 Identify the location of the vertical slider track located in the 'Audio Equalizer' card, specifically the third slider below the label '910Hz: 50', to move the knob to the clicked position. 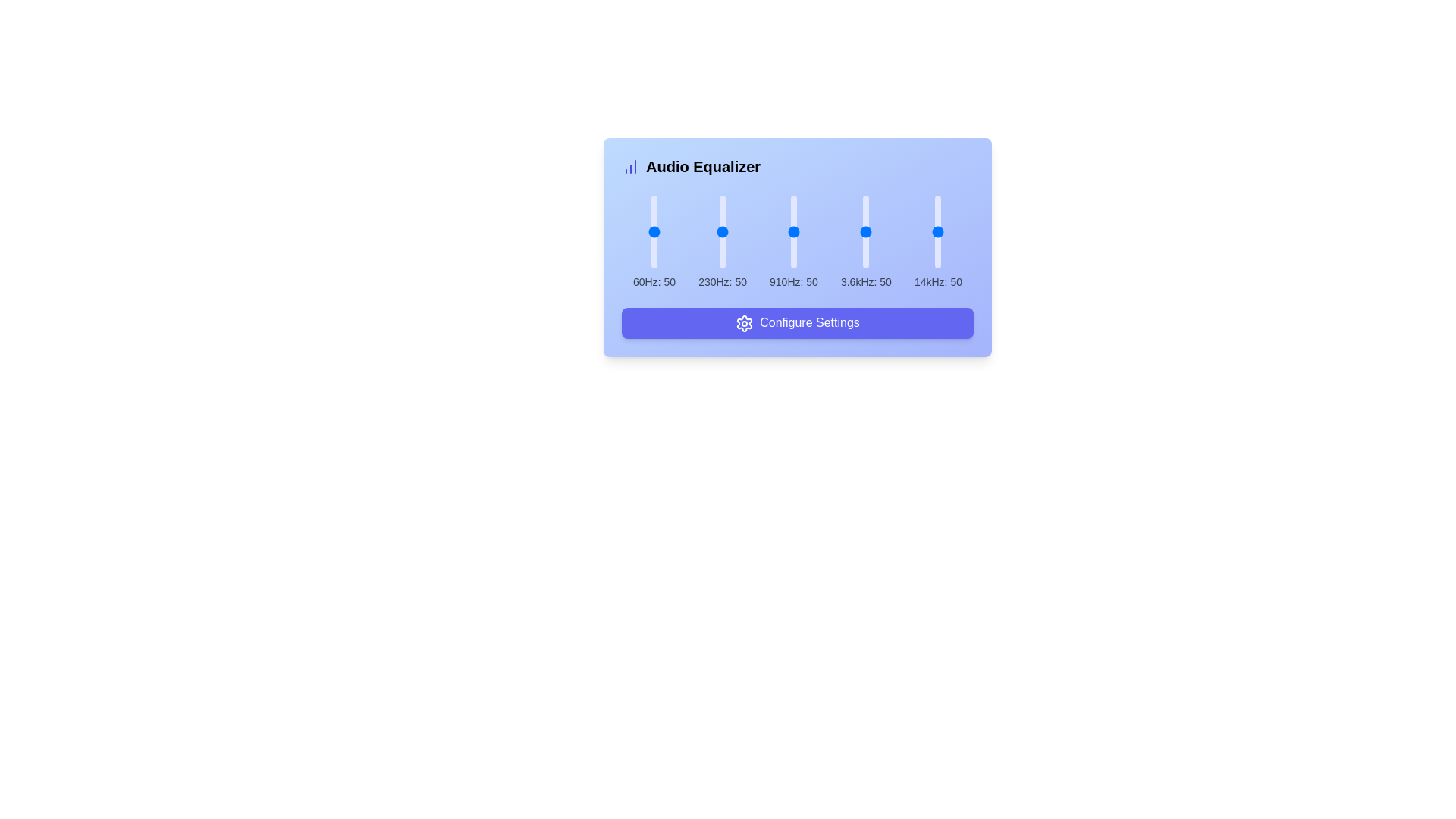
(792, 231).